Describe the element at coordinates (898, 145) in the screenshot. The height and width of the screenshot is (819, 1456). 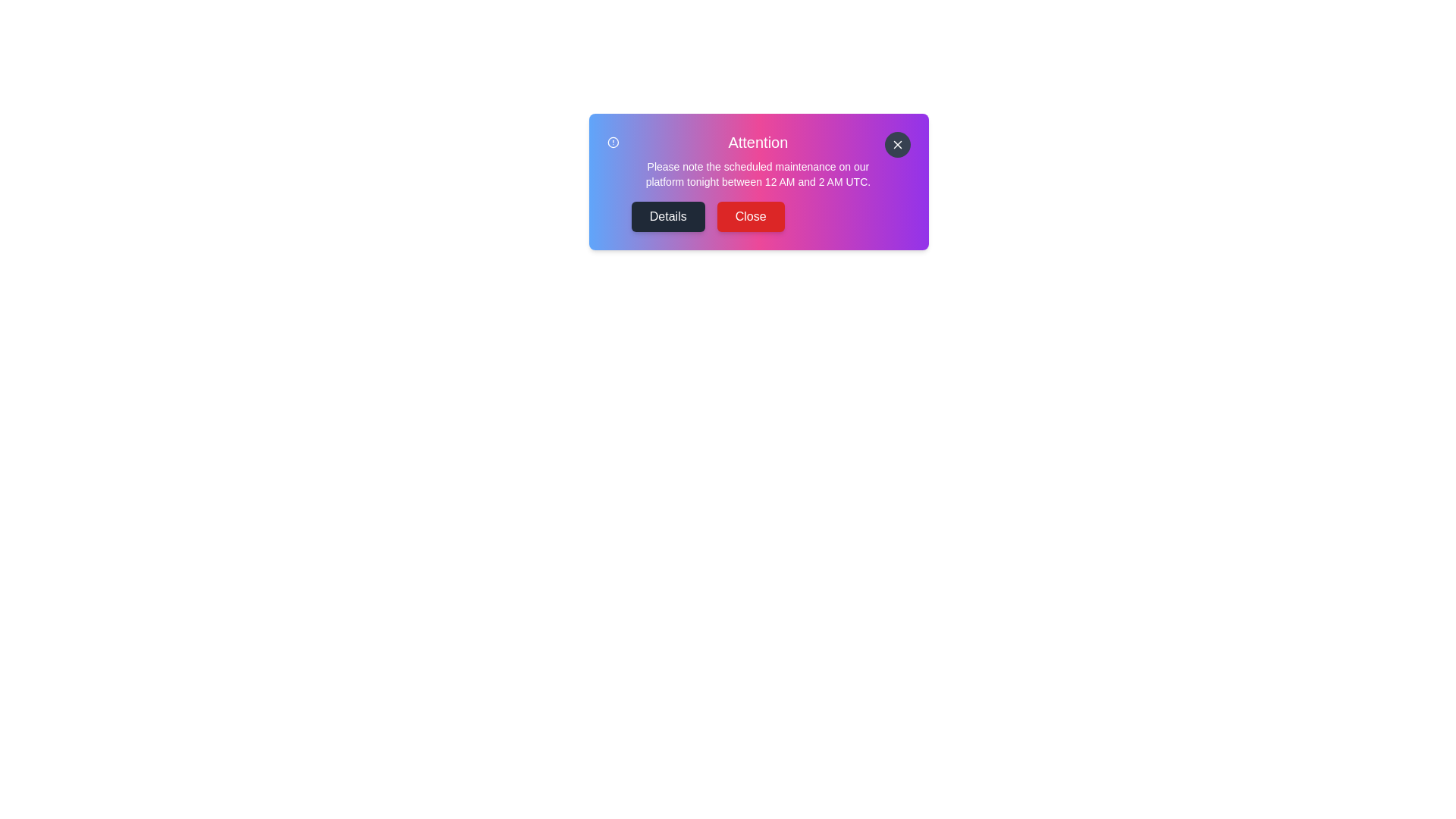
I see `the 'X' icon to close the alert` at that location.